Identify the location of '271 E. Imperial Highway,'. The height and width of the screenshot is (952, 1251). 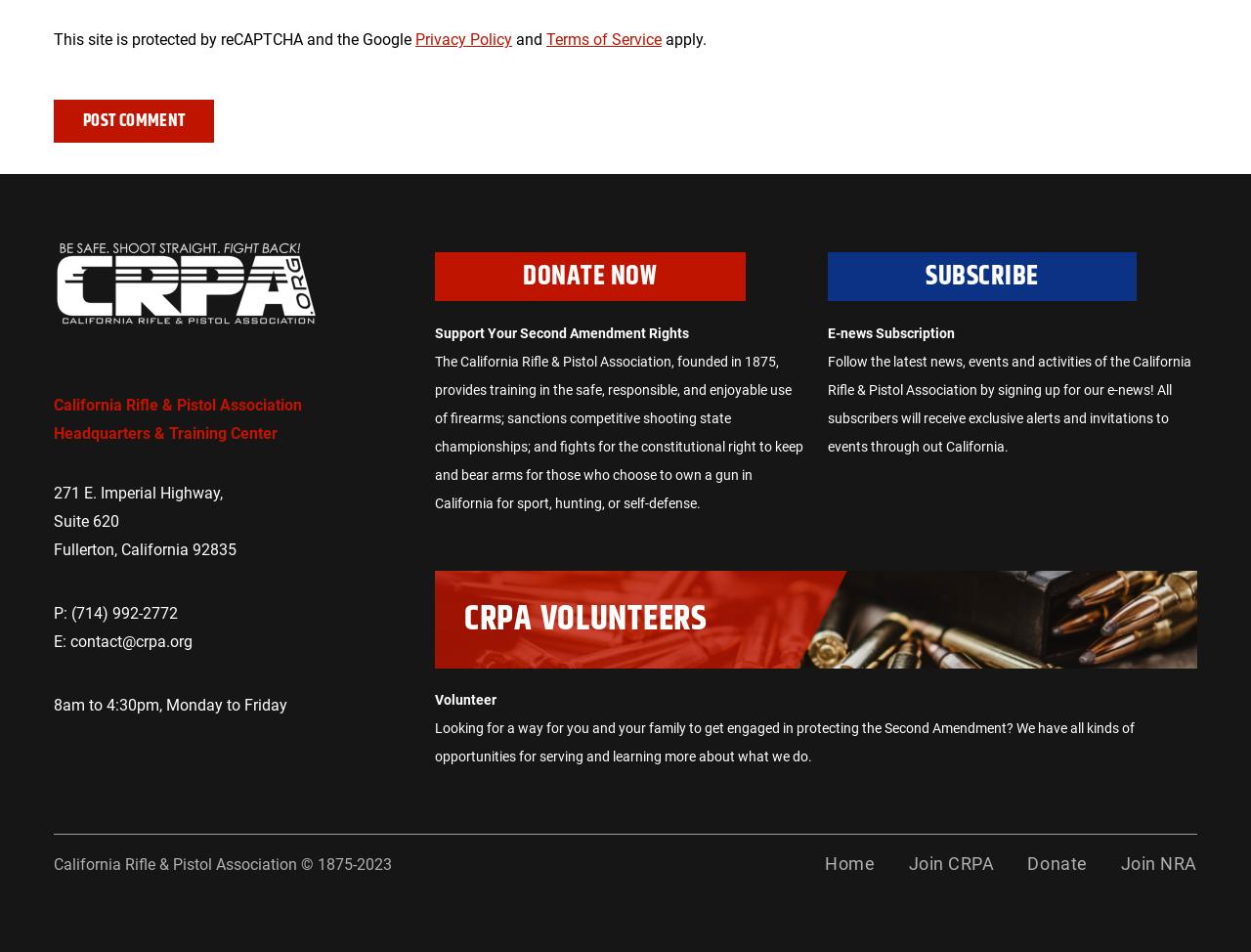
(137, 493).